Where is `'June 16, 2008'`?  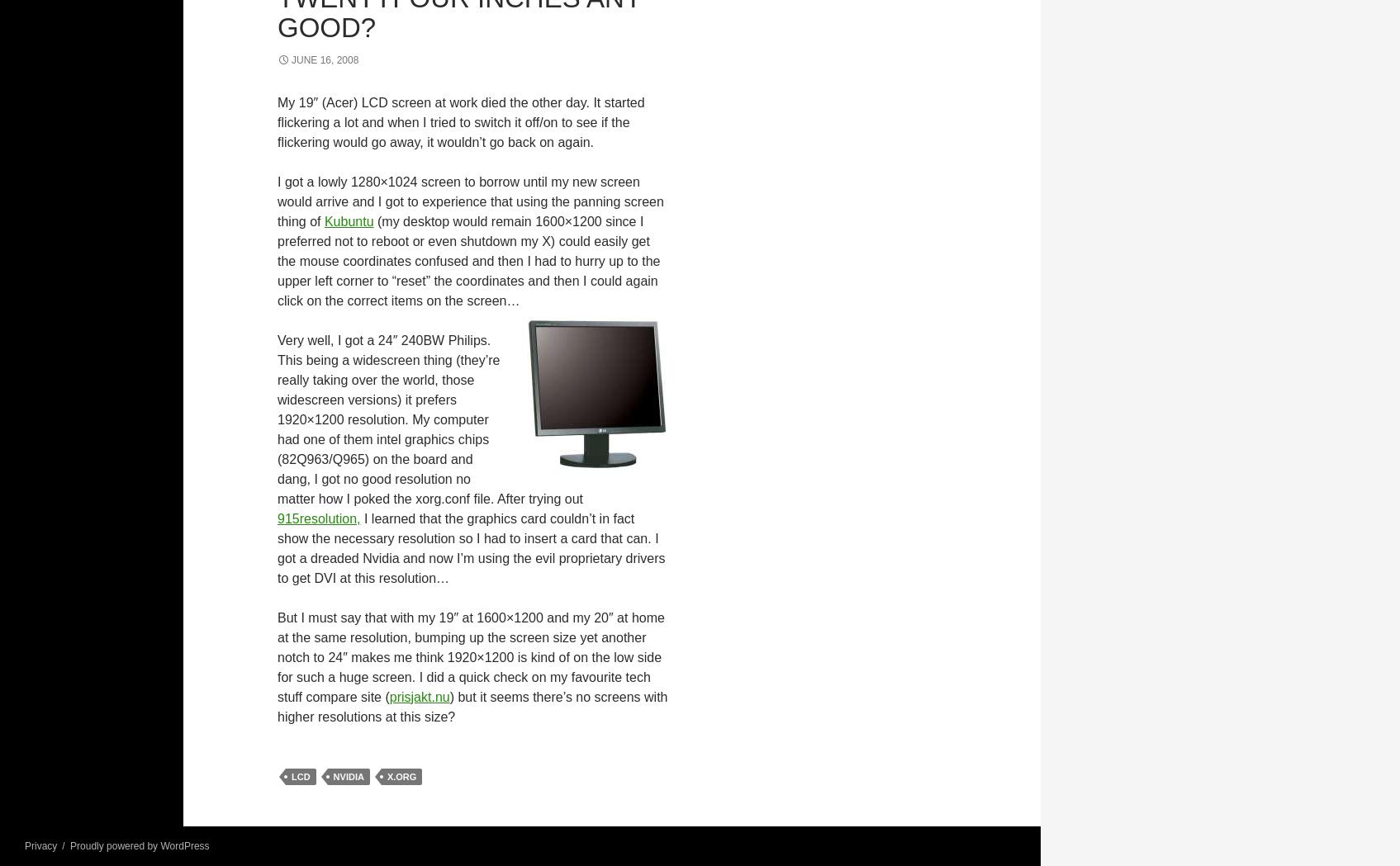
'June 16, 2008' is located at coordinates (325, 59).